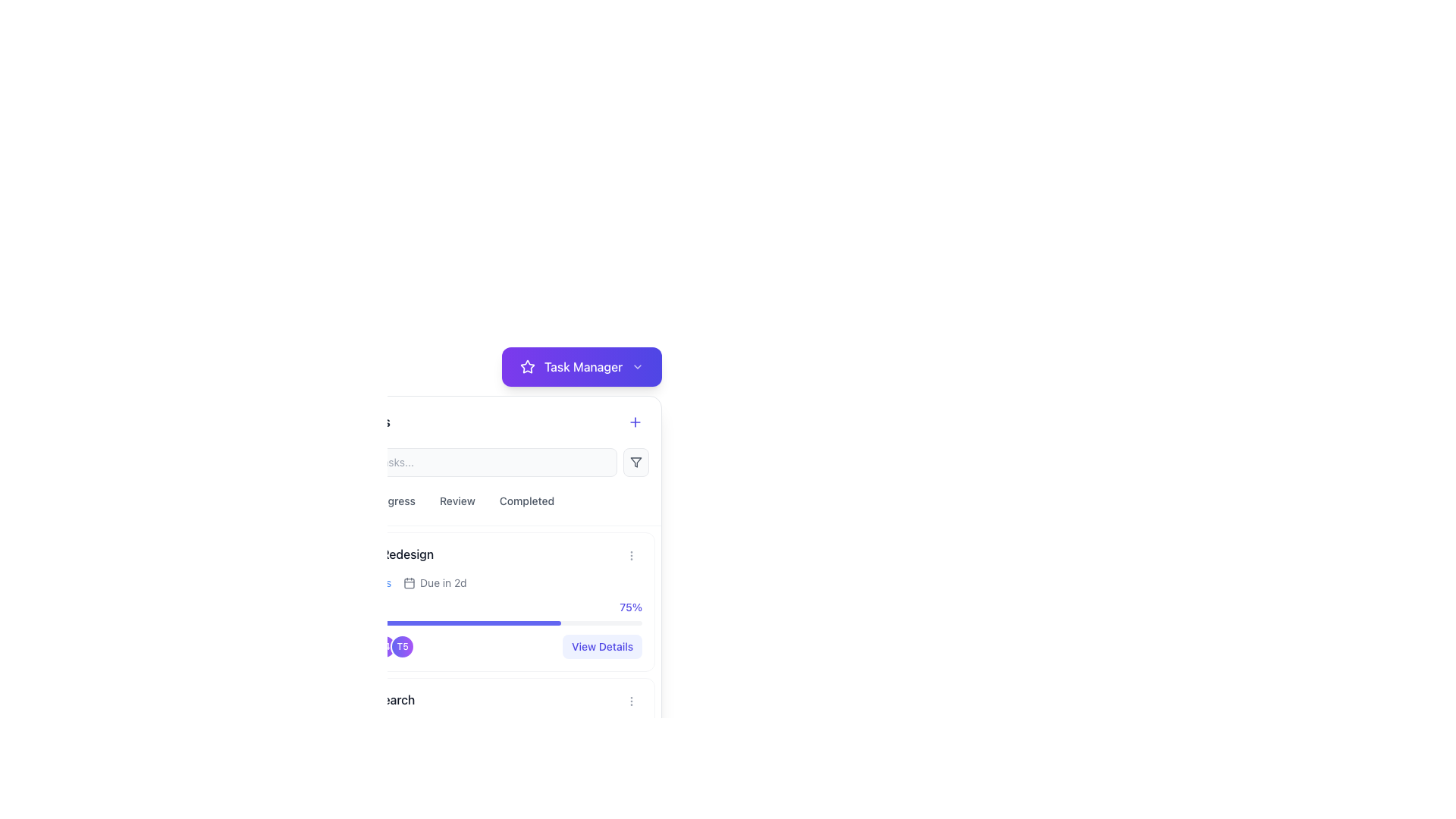  What do you see at coordinates (527, 366) in the screenshot?
I see `the decorative star icon located inside the 'Task Manager' button, positioned to the left of the text label` at bounding box center [527, 366].